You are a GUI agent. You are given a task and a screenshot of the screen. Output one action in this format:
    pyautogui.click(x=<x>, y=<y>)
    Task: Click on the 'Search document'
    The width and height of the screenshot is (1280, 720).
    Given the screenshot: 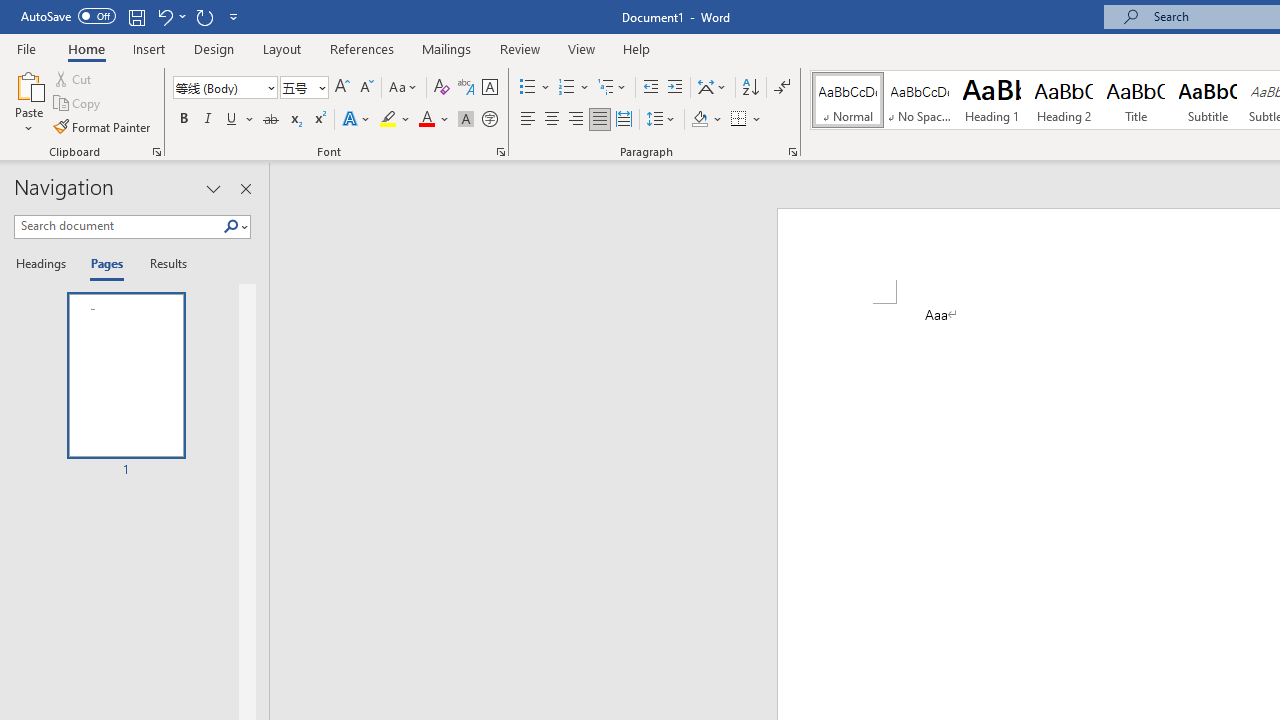 What is the action you would take?
    pyautogui.click(x=117, y=225)
    